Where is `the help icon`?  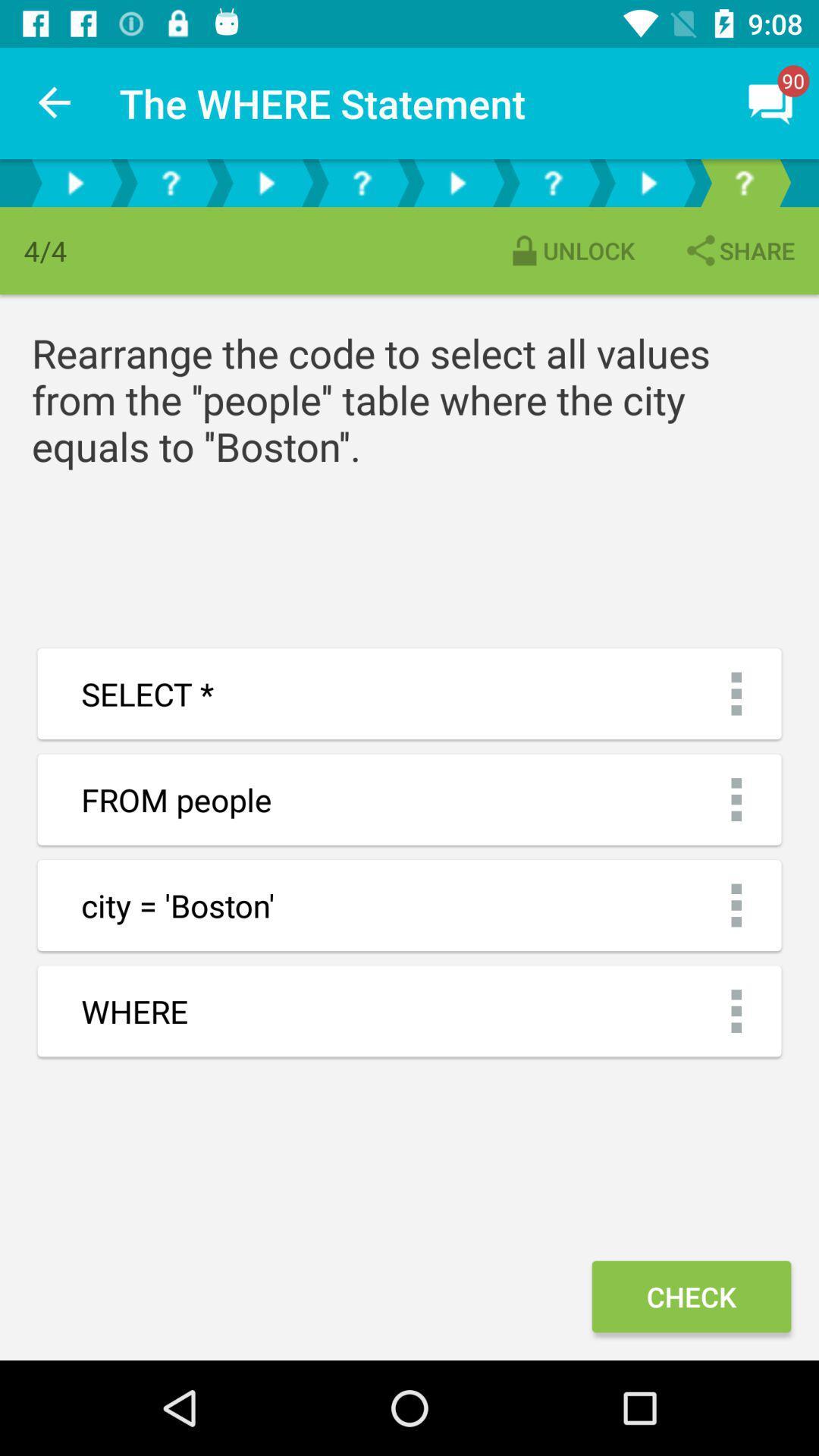
the help icon is located at coordinates (170, 182).